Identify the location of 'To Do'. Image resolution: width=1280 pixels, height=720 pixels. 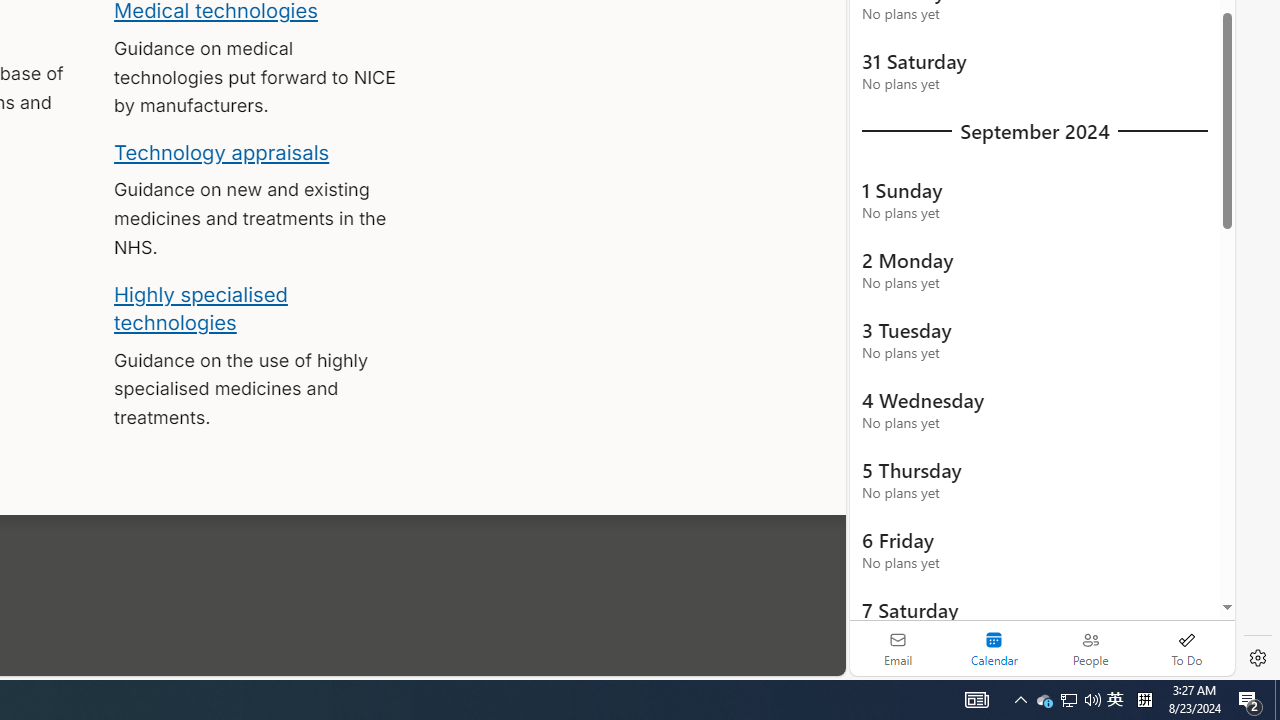
(1186, 648).